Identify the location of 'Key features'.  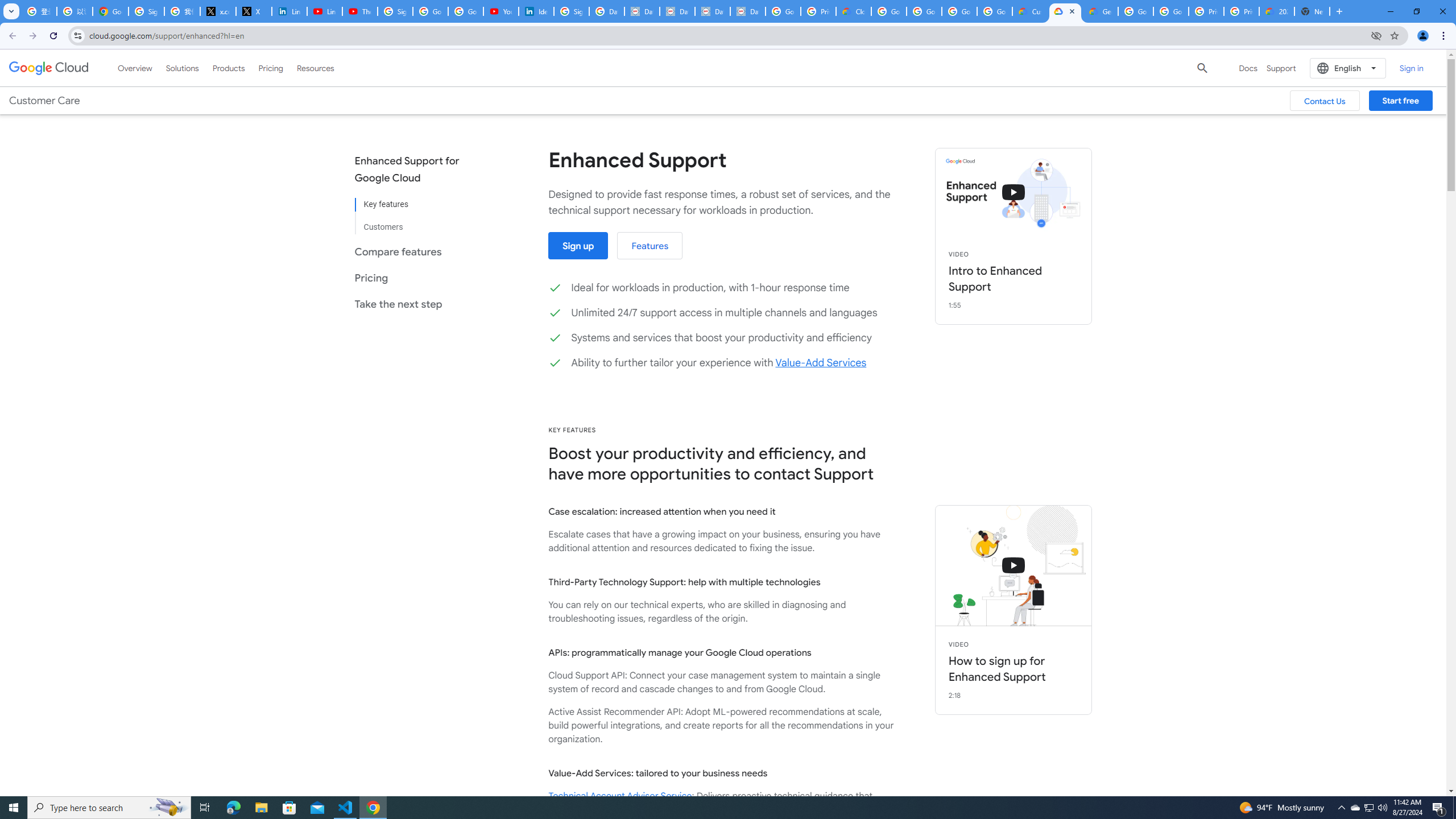
(415, 205).